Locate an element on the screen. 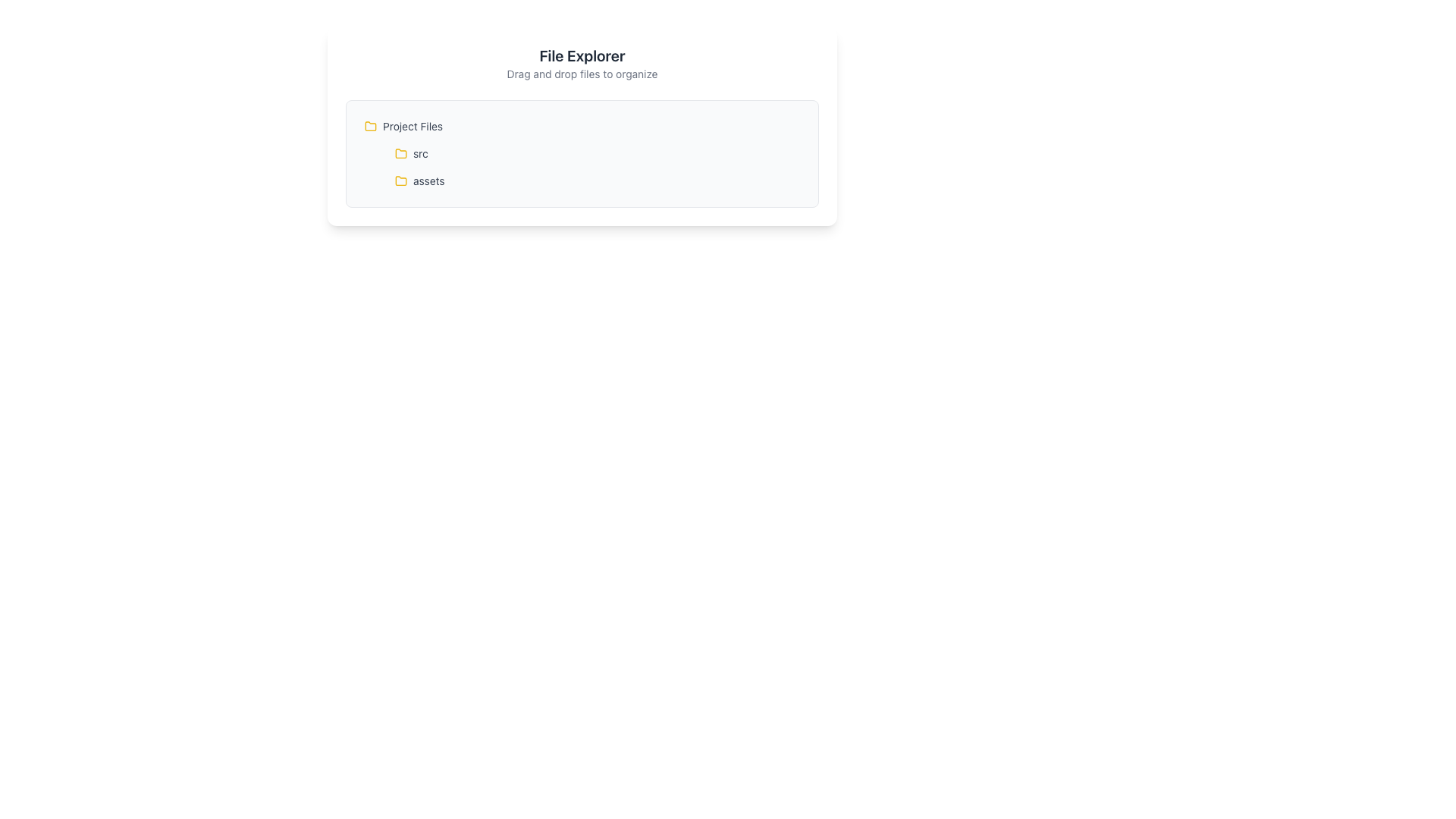 The height and width of the screenshot is (819, 1456). the ellipsis-vertical icon, which is the rightmost among a group of interactive icons in the 'File Explorer' section is located at coordinates (792, 154).